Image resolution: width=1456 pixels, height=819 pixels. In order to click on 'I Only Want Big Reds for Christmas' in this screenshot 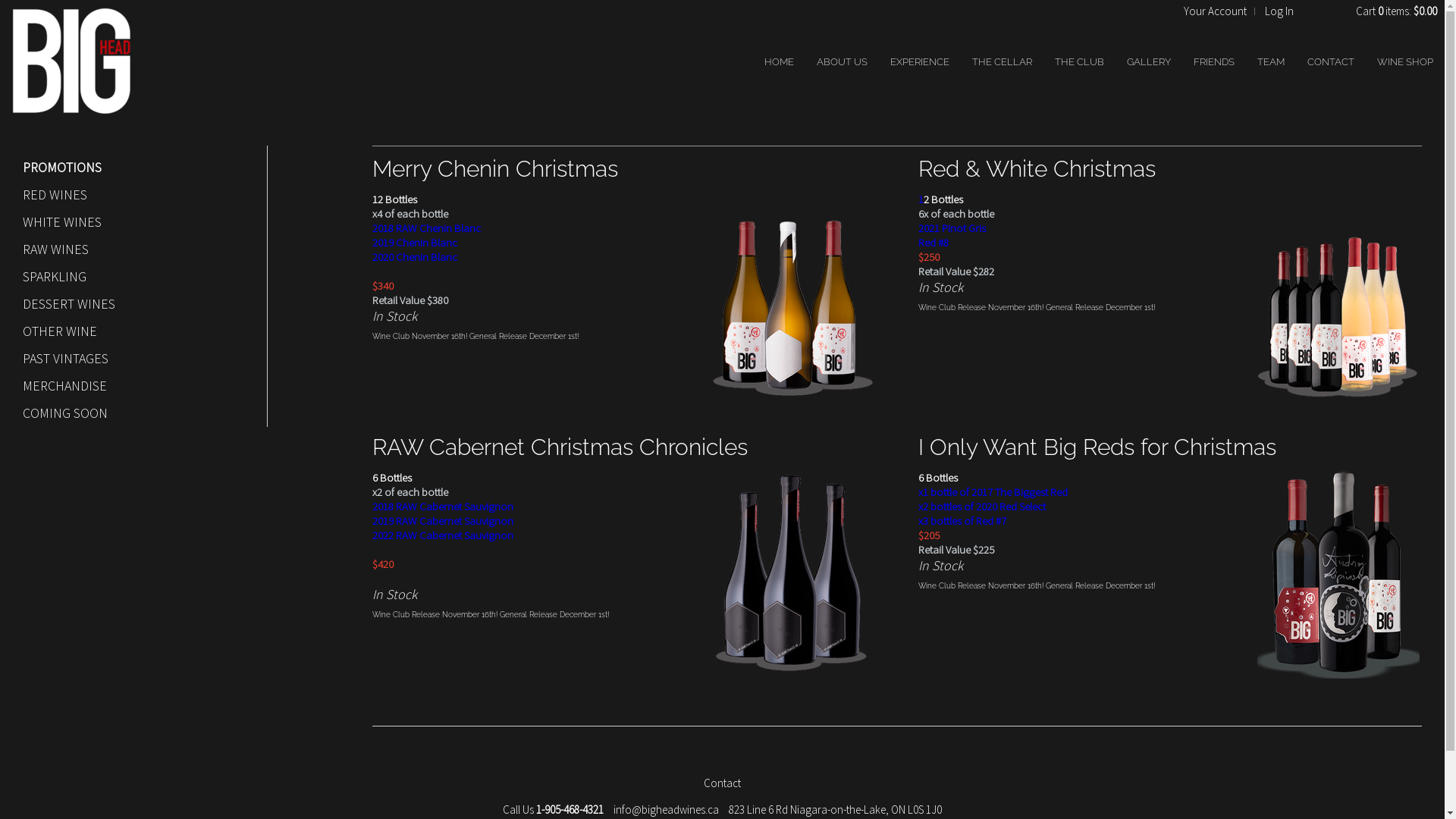, I will do `click(1097, 446)`.